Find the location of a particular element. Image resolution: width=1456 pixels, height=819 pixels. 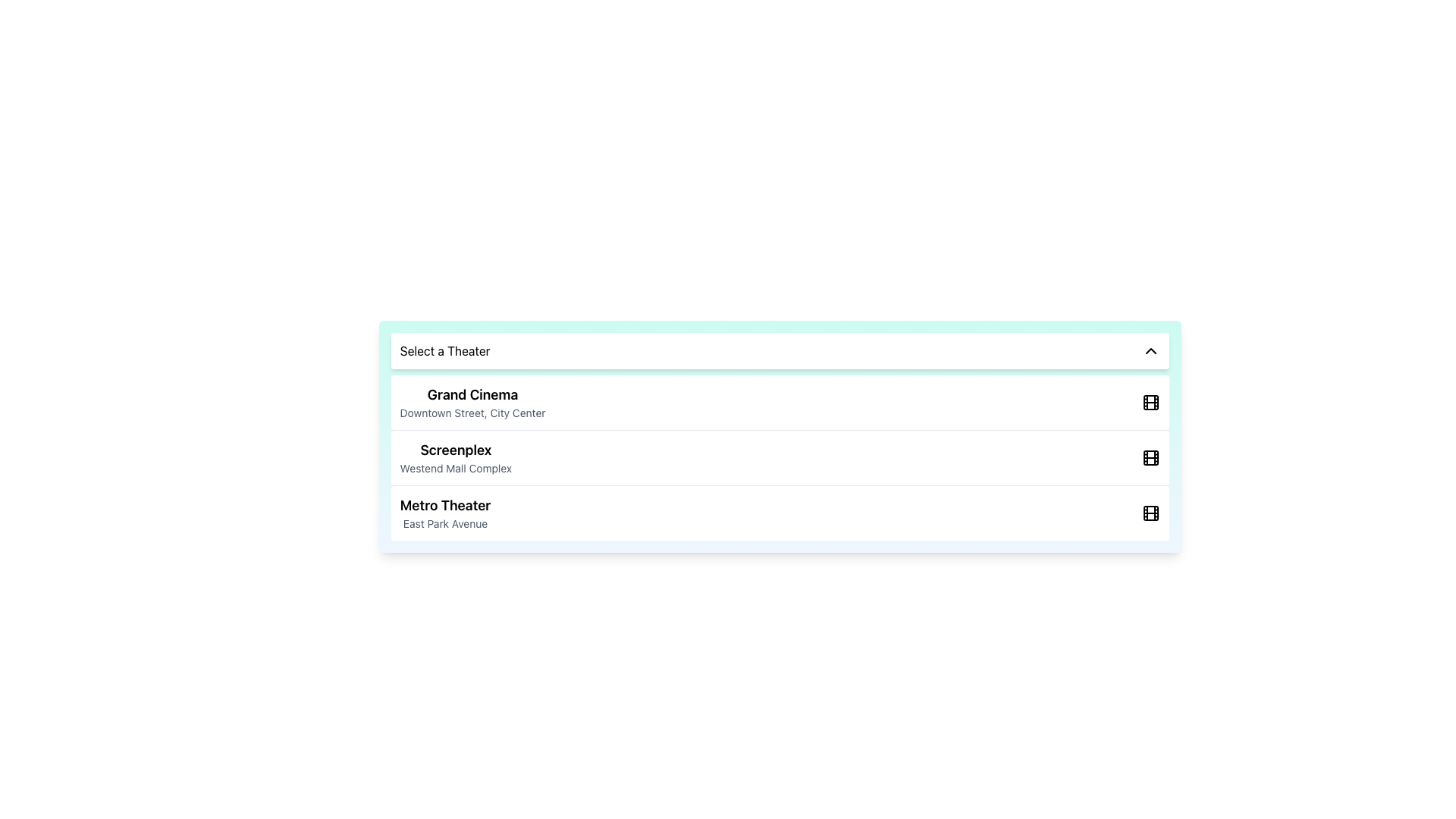

the film reel icon located in the top-right corner of the 'Grand Cinema' row is located at coordinates (1151, 402).